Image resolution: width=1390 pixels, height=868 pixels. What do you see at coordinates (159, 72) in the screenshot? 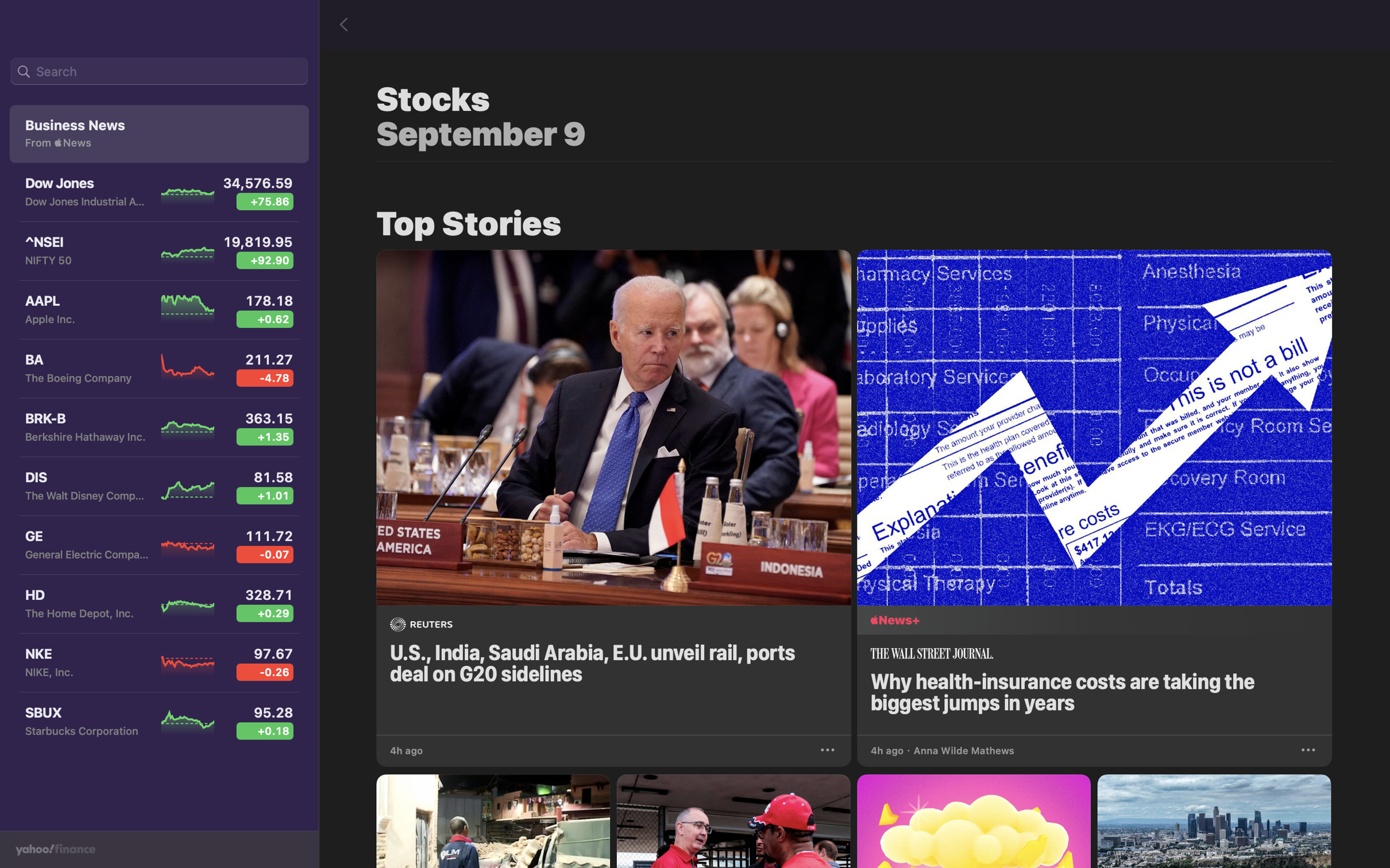
I see `Locate the "Adobe" share in the upper left search bar` at bounding box center [159, 72].